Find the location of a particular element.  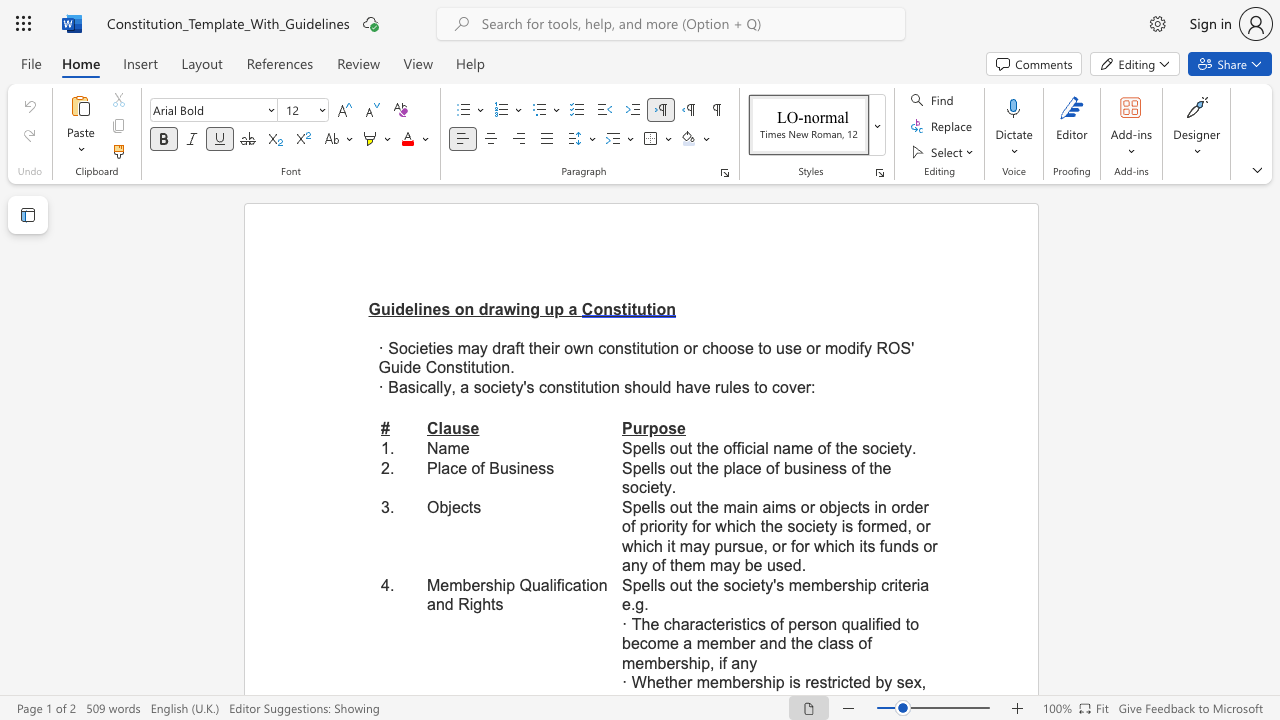

the subset text "ciety" within the text "society" is located at coordinates (490, 387).